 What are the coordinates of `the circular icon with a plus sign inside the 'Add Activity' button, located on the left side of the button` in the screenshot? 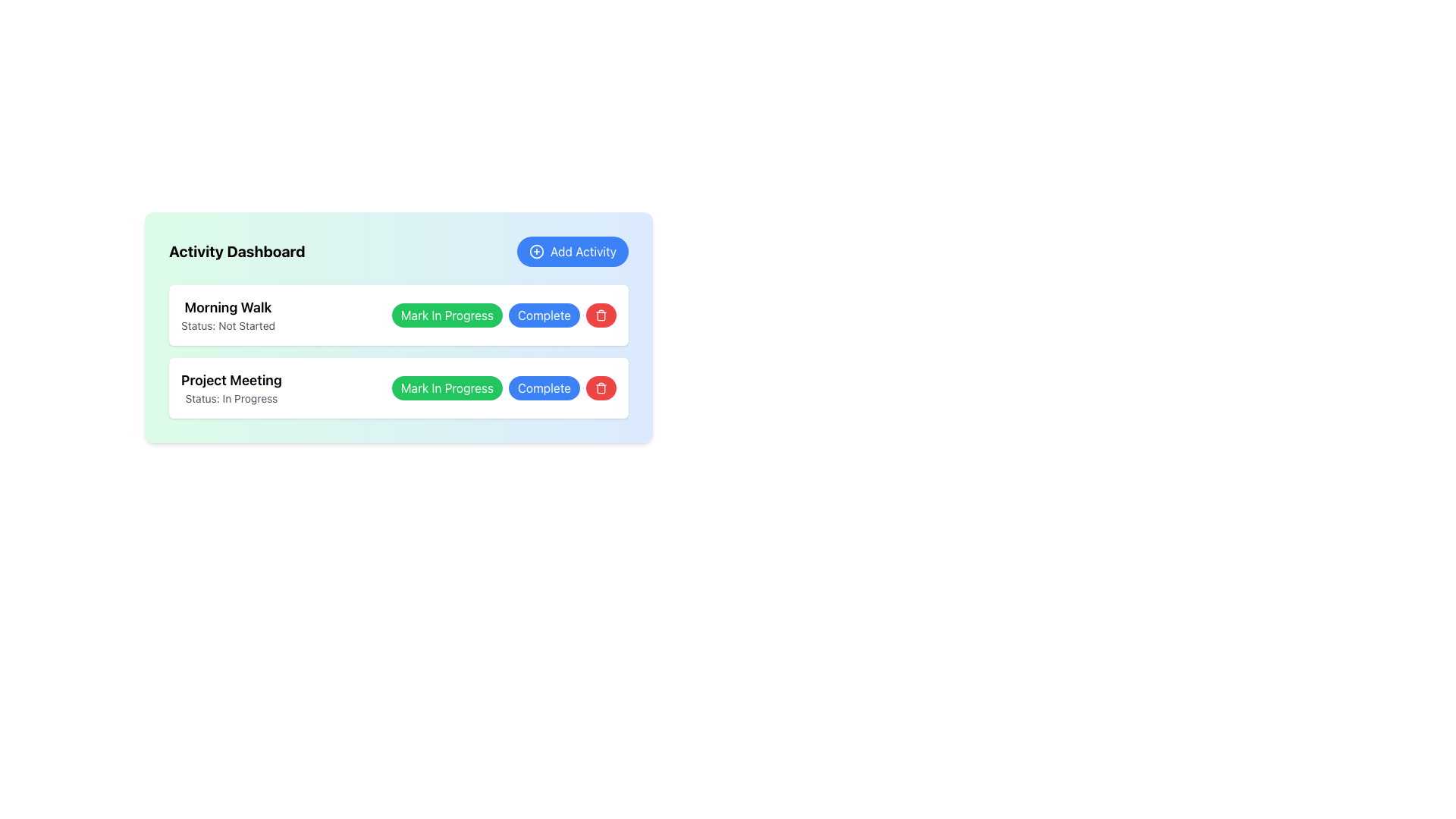 It's located at (536, 250).